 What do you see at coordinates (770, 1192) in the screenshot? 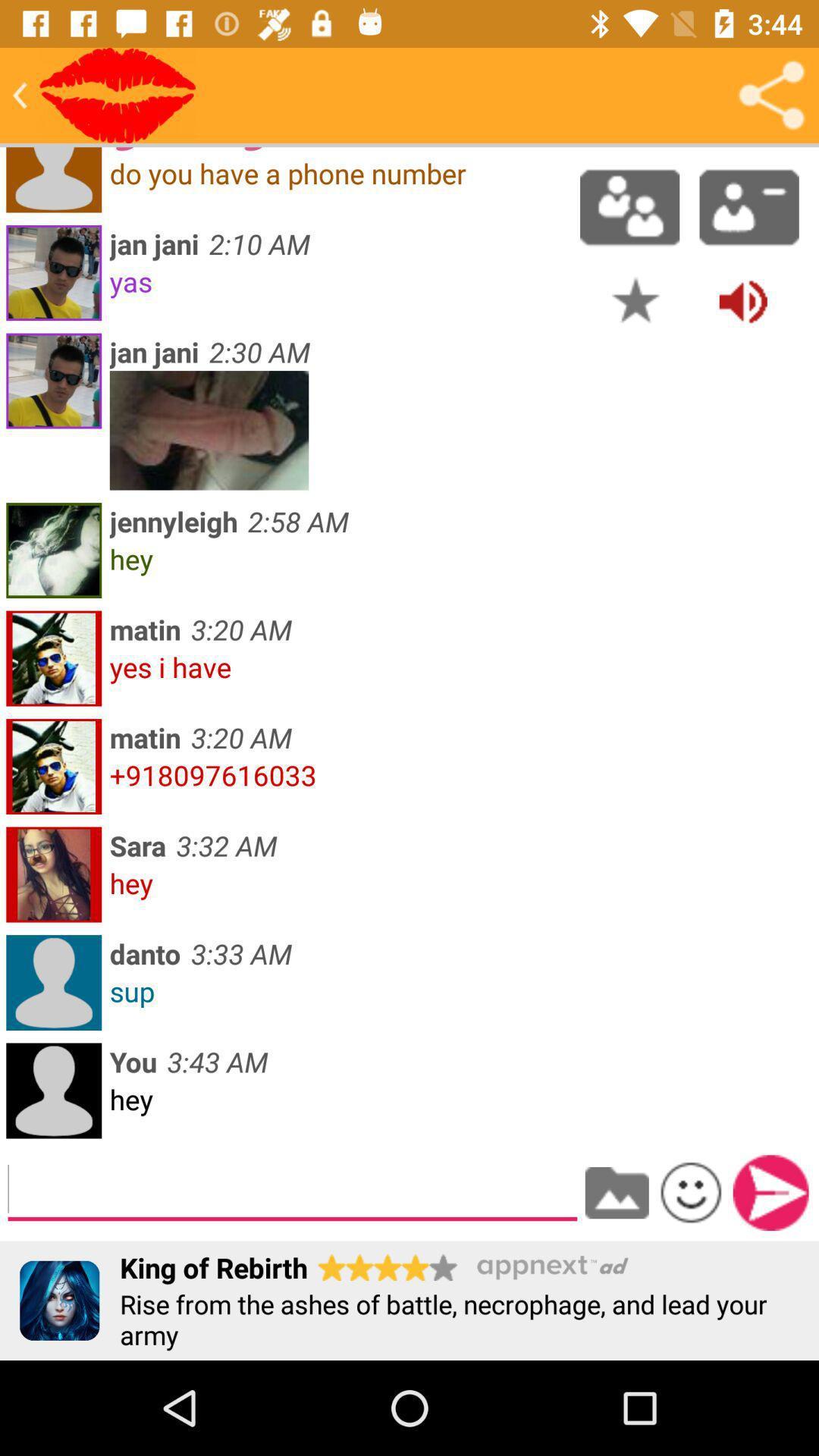
I see `submit entry` at bounding box center [770, 1192].